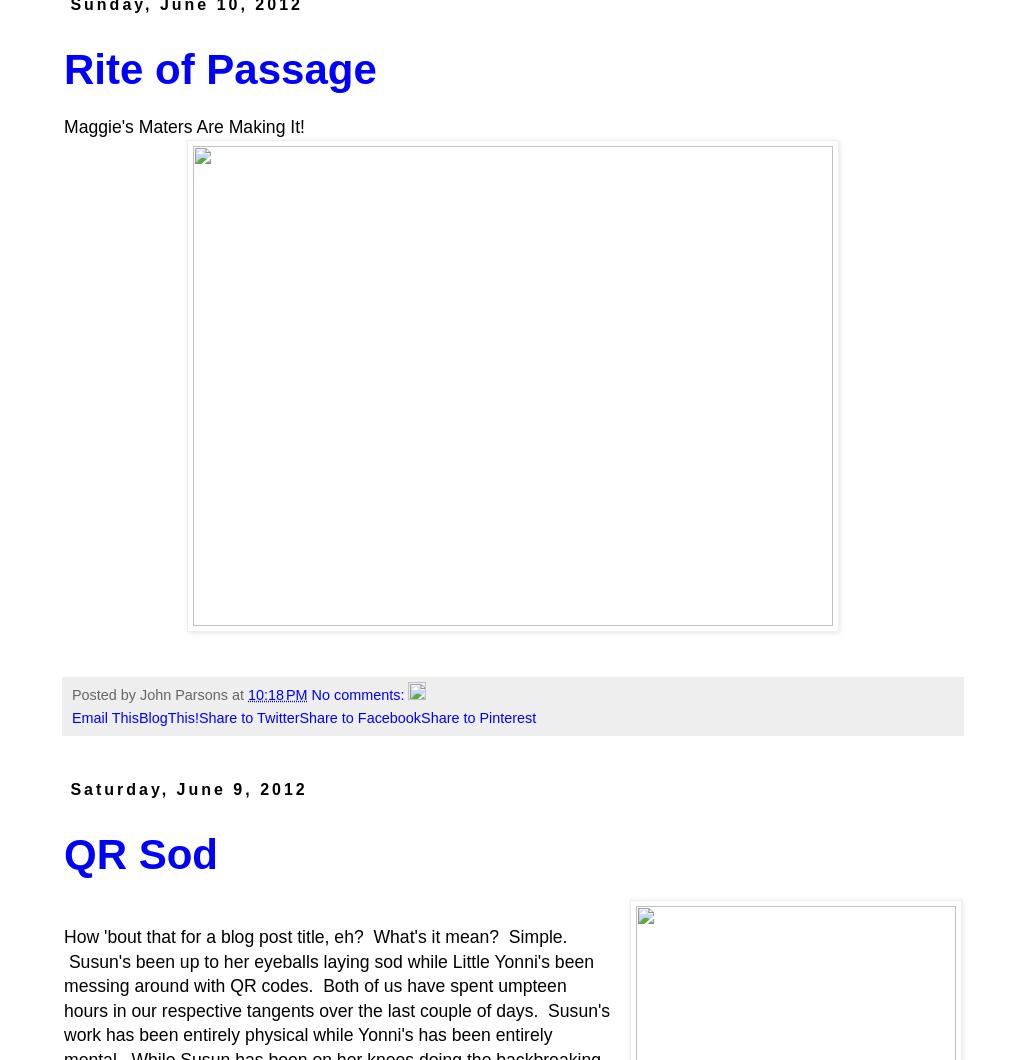  What do you see at coordinates (183, 694) in the screenshot?
I see `'John Parsons'` at bounding box center [183, 694].